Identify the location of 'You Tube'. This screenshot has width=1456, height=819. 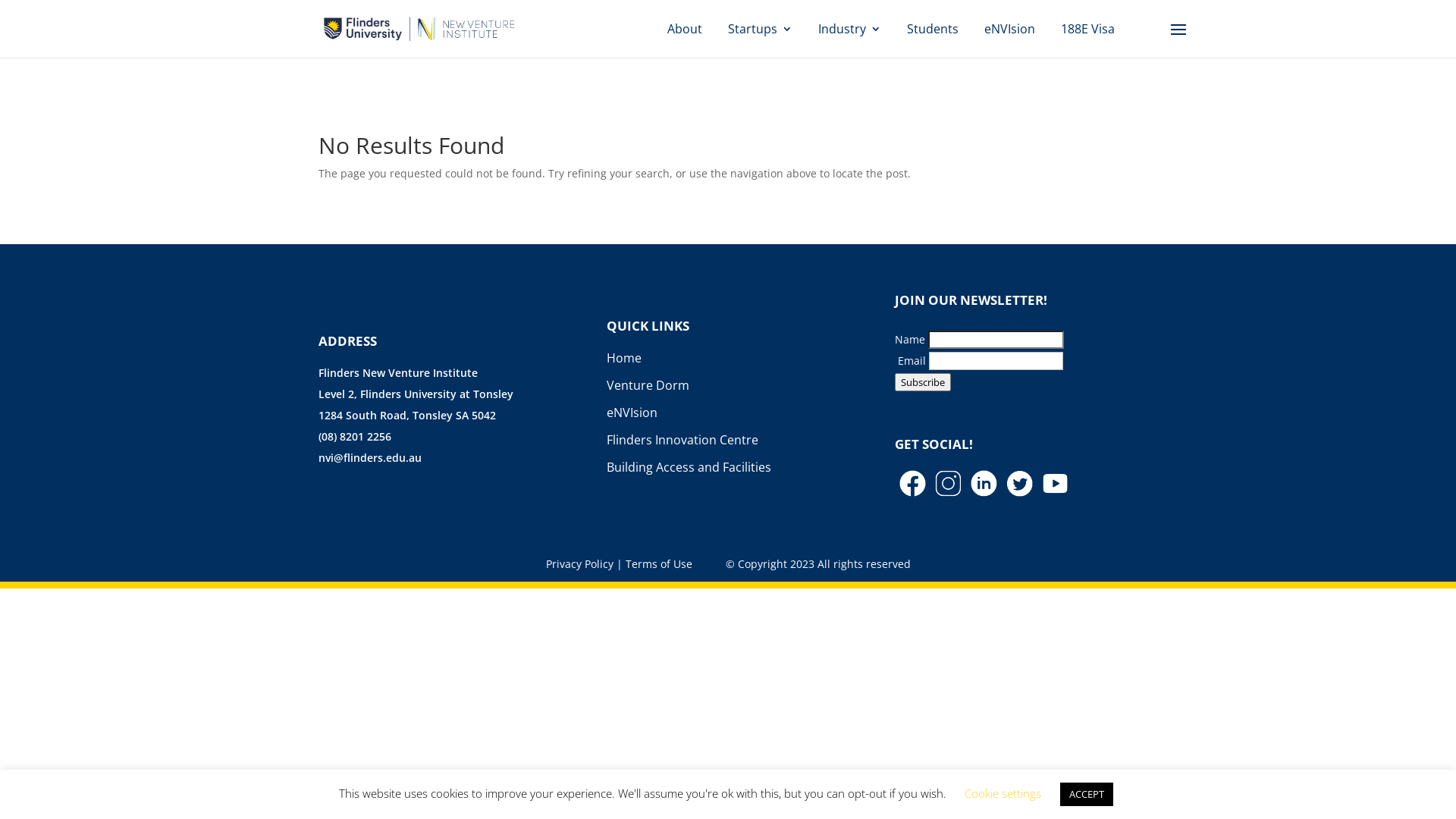
(1054, 483).